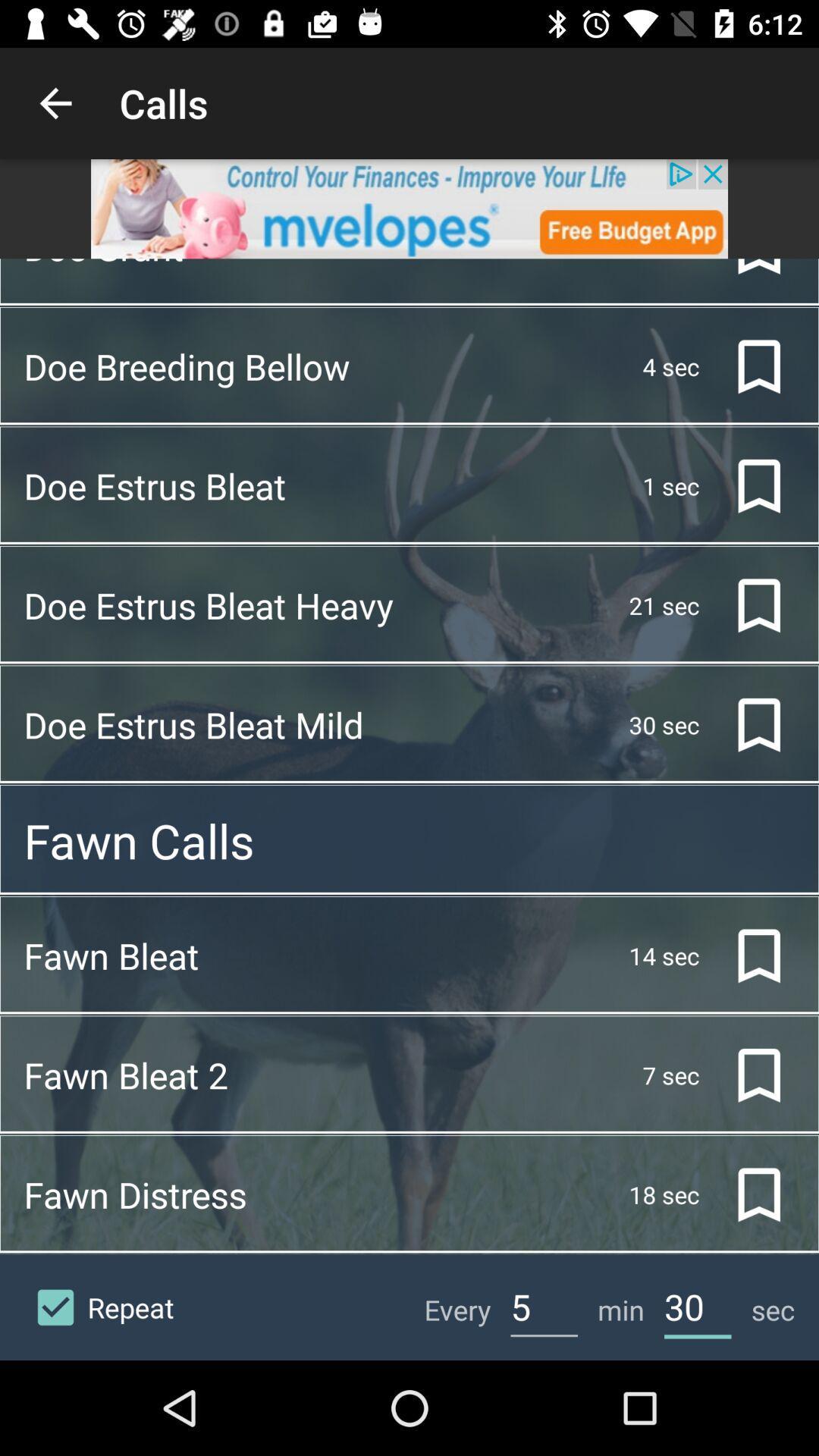 The width and height of the screenshot is (819, 1456). I want to click on the bookmark icon, so click(746, 1075).